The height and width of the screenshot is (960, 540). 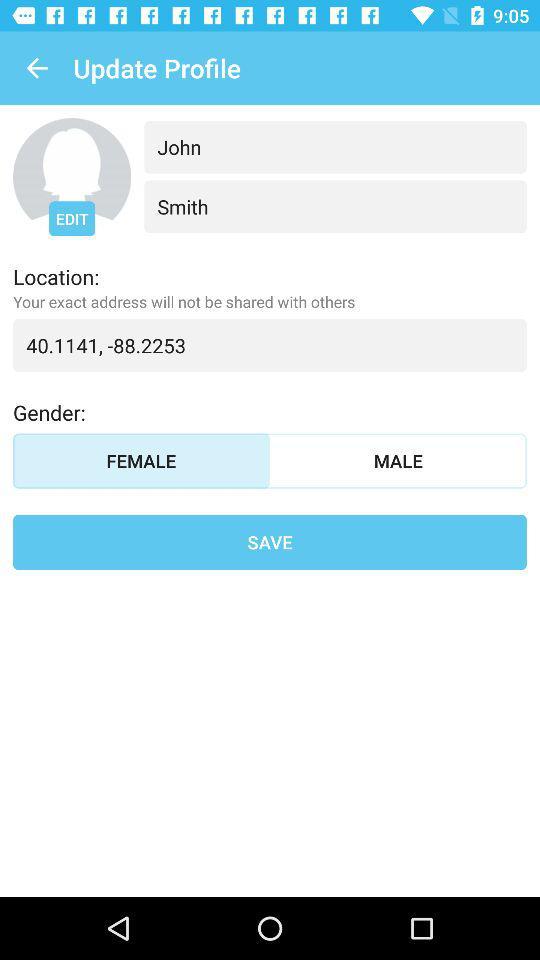 What do you see at coordinates (140, 461) in the screenshot?
I see `item next to male icon` at bounding box center [140, 461].